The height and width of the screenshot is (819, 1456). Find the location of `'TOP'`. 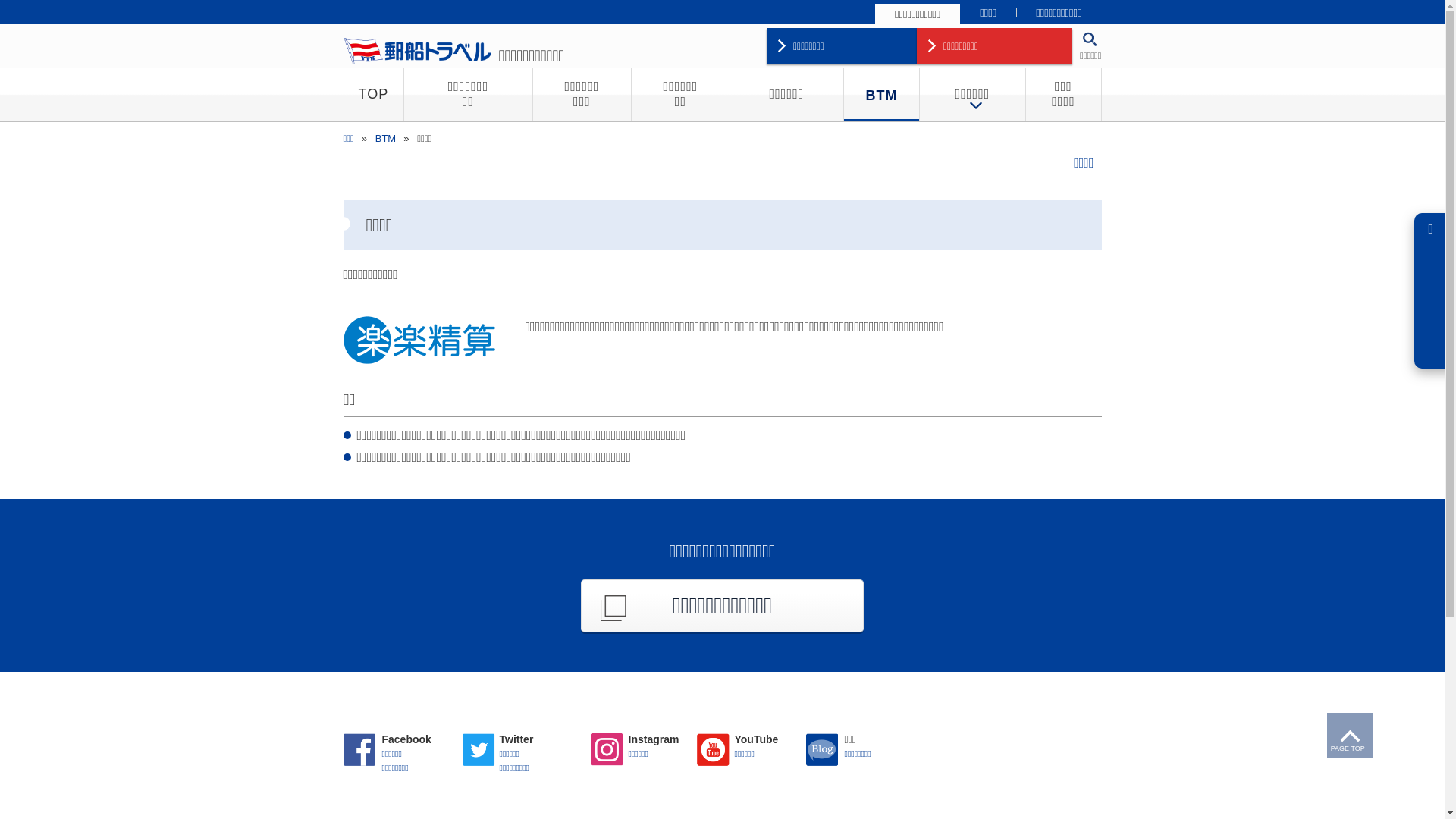

'TOP' is located at coordinates (372, 94).